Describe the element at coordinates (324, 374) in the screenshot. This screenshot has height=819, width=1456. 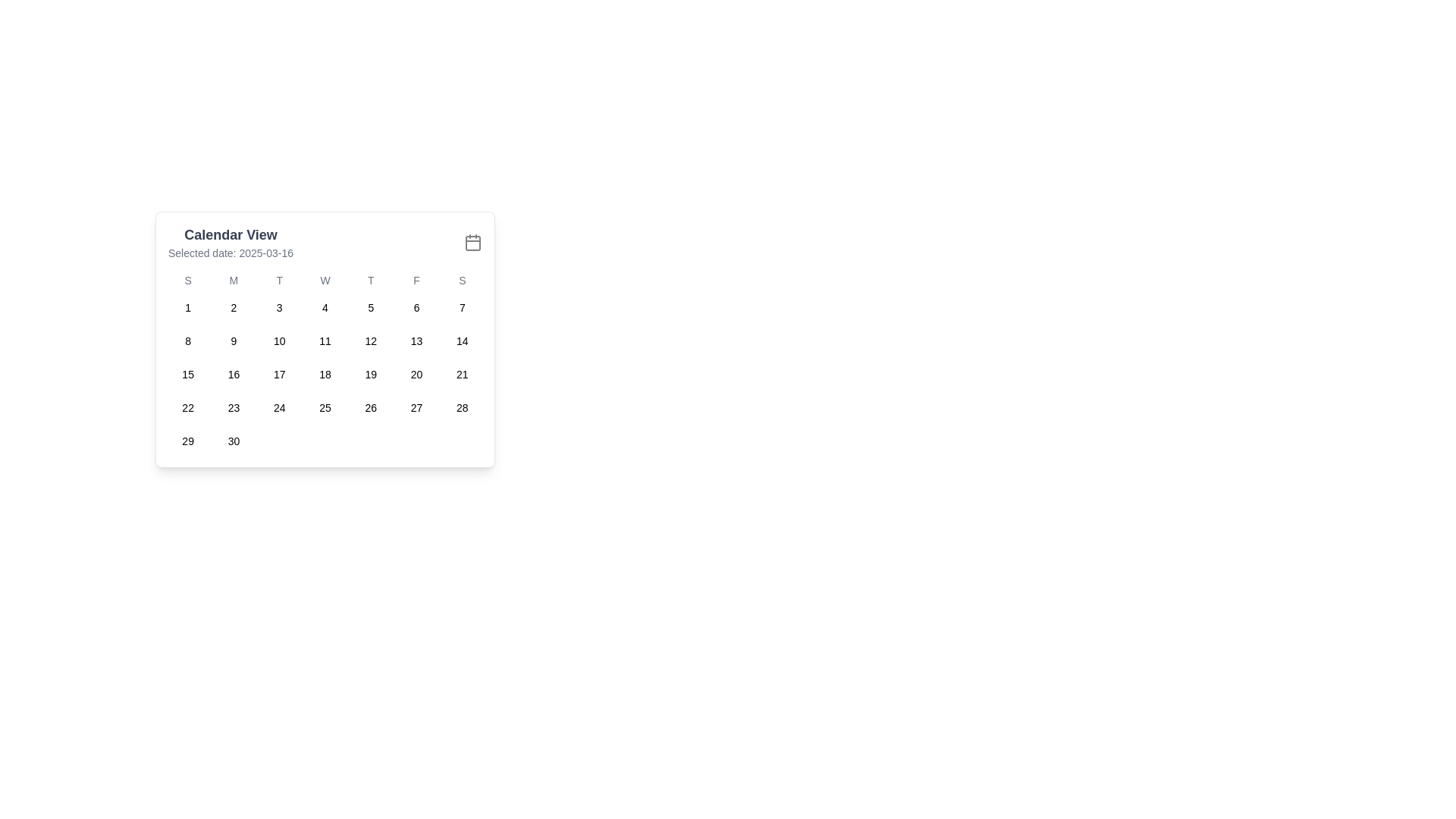
I see `the clickable element representing the 18th day of the month in the calendar view` at that location.